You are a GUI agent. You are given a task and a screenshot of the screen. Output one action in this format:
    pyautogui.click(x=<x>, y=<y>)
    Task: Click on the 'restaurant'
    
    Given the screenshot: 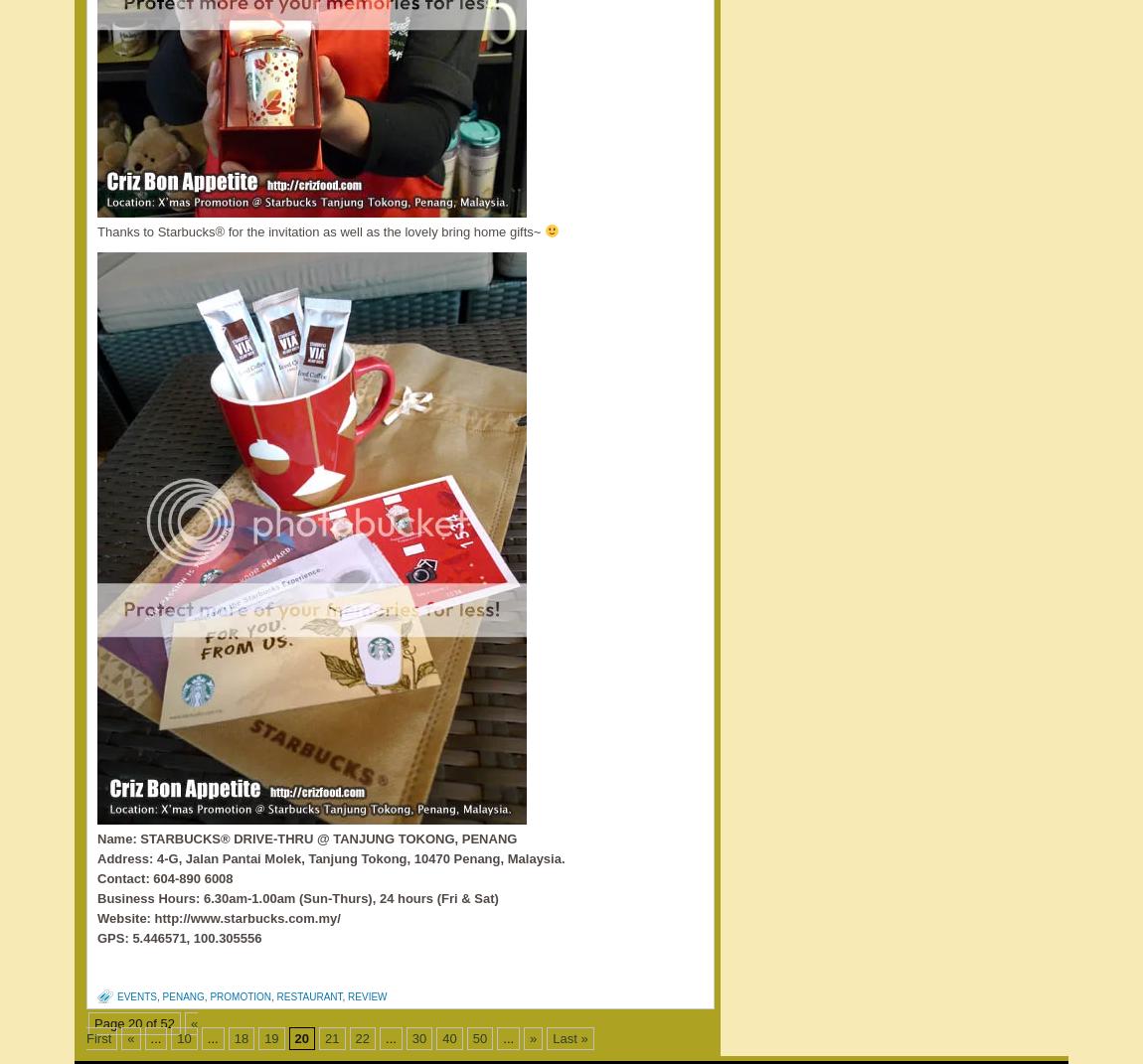 What is the action you would take?
    pyautogui.click(x=308, y=996)
    